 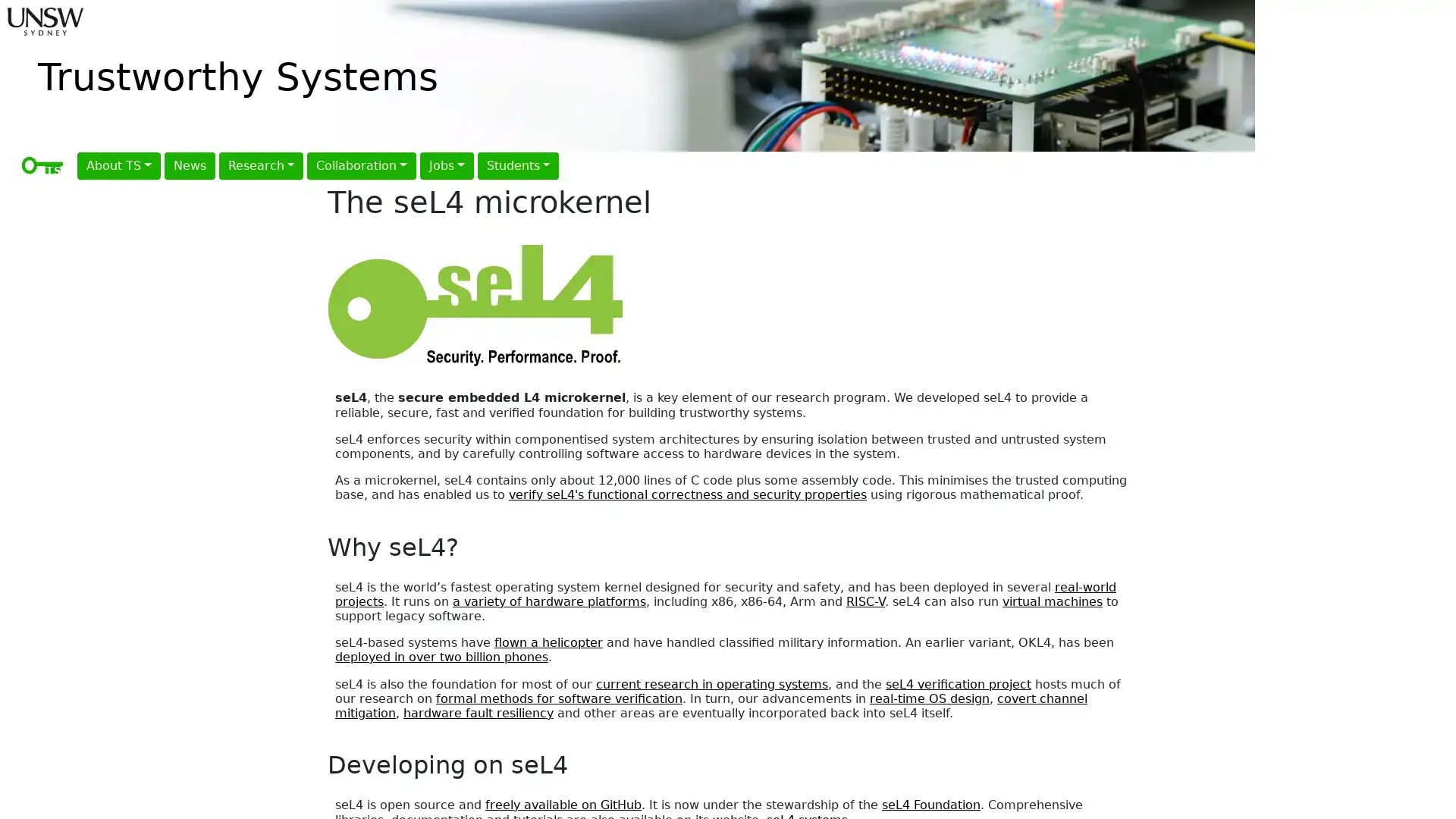 I want to click on Students, so click(x=517, y=165).